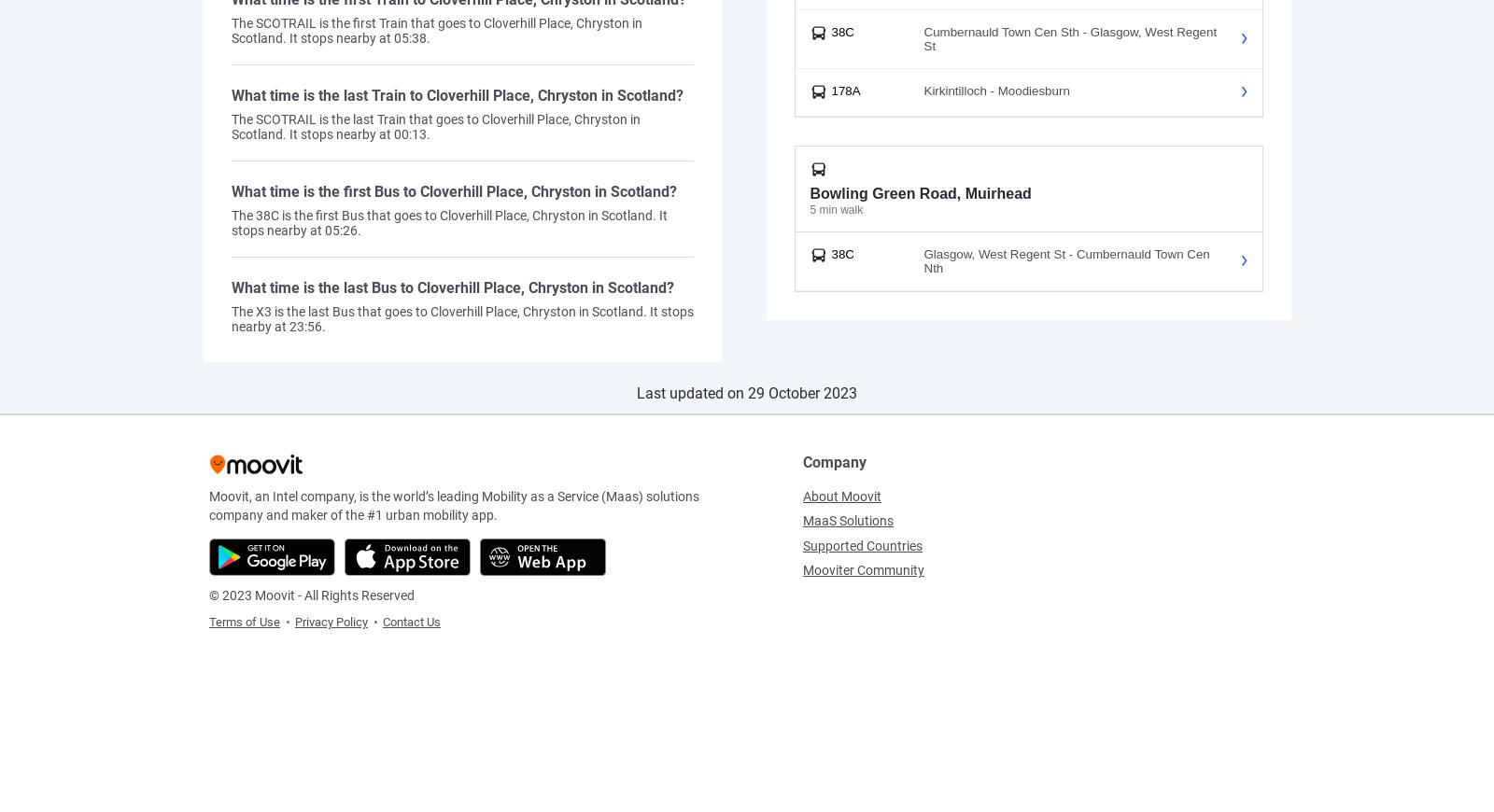 This screenshot has width=1494, height=812. I want to click on 'Glasgow, West Regent St - Cumbernauld Town Cen Nth', so click(922, 260).